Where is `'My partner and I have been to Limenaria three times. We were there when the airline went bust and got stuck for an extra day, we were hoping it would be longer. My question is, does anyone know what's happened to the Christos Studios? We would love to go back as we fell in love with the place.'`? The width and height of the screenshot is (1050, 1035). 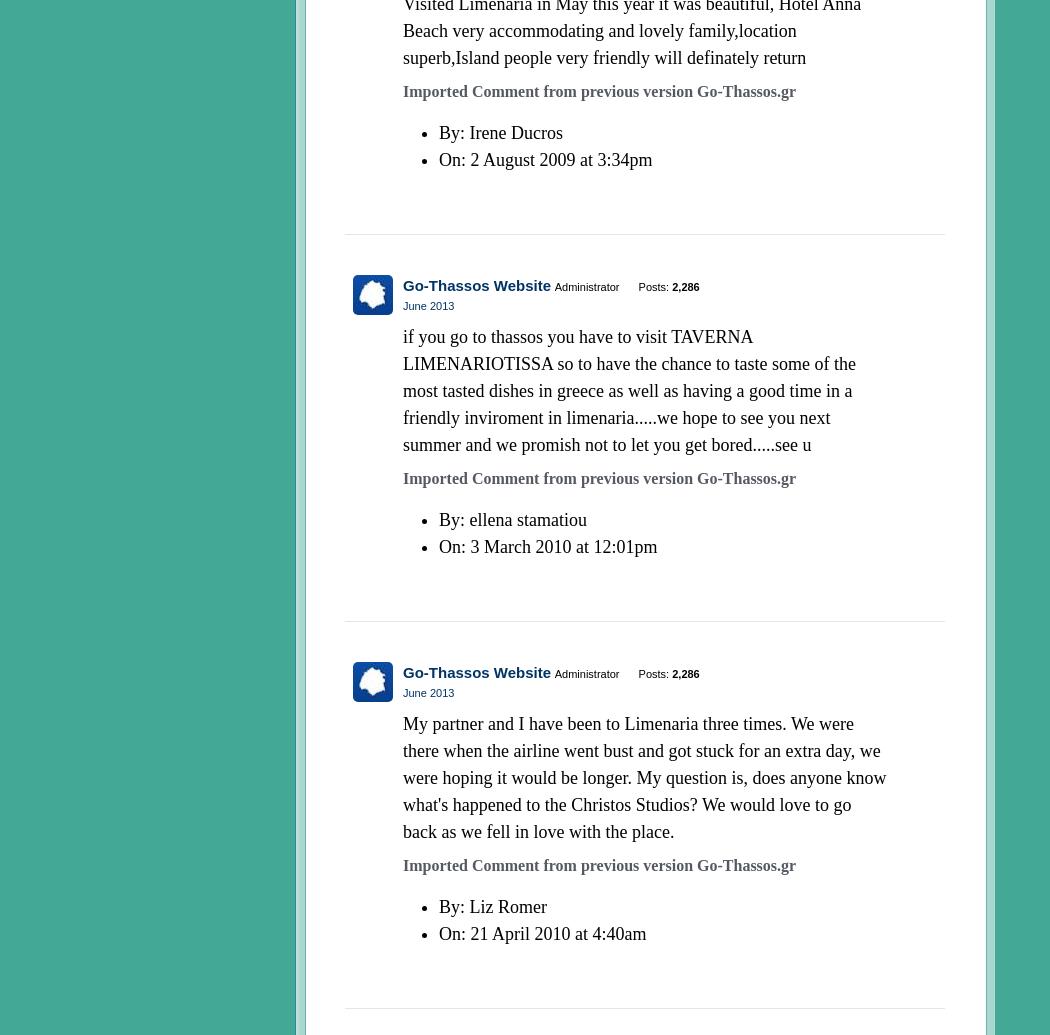
'My partner and I have been to Limenaria three times. We were there when the airline went bust and got stuck for an extra day, we were hoping it would be longer. My question is, does anyone know what's happened to the Christos Studios? We would love to go back as we fell in love with the place.' is located at coordinates (643, 777).